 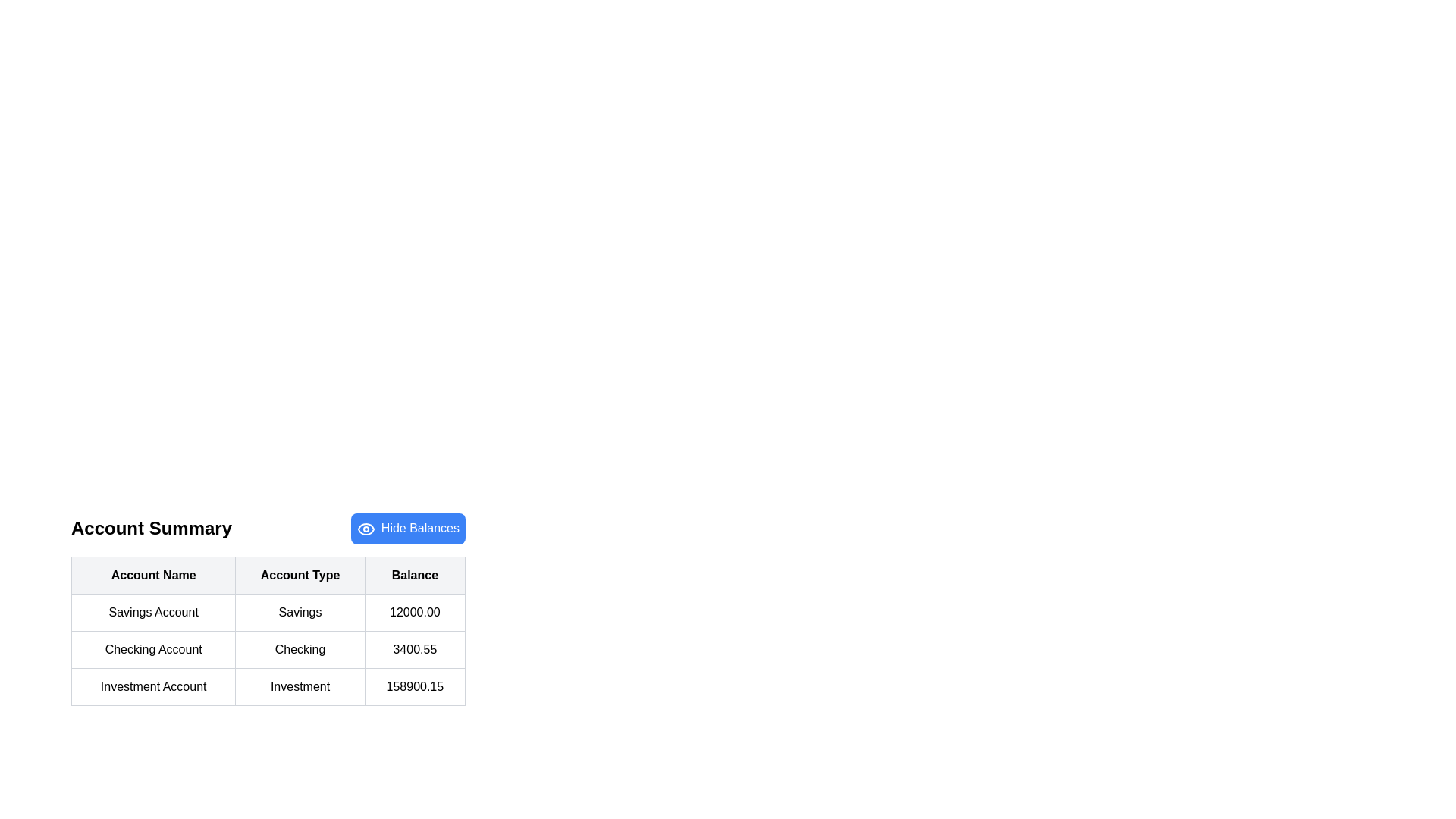 What do you see at coordinates (153, 611) in the screenshot?
I see `the 'Savings Account' text label located in the first row of the 'Account Name' column` at bounding box center [153, 611].